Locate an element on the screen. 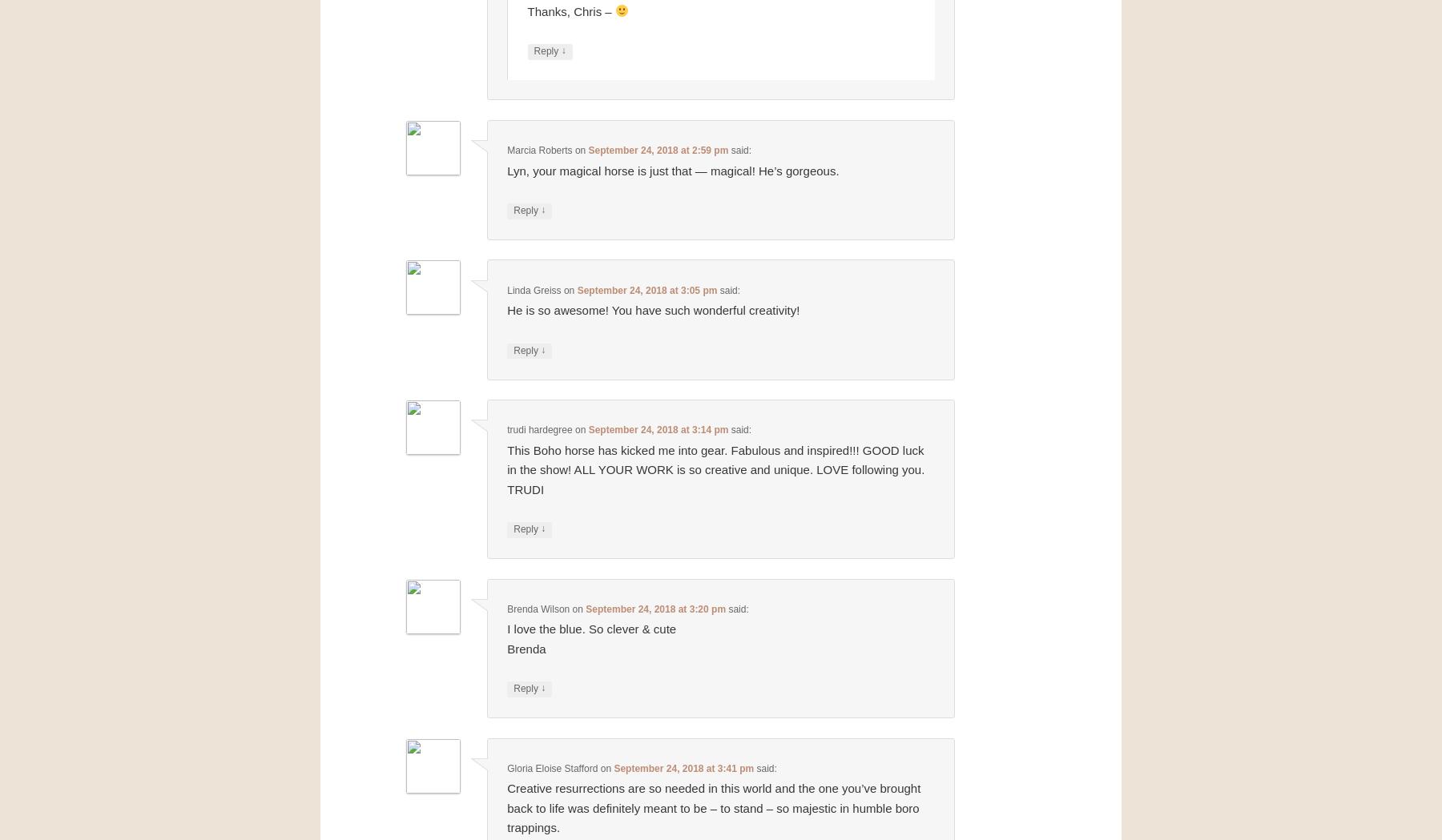  'I love the blue.  So clever & cute' is located at coordinates (507, 629).